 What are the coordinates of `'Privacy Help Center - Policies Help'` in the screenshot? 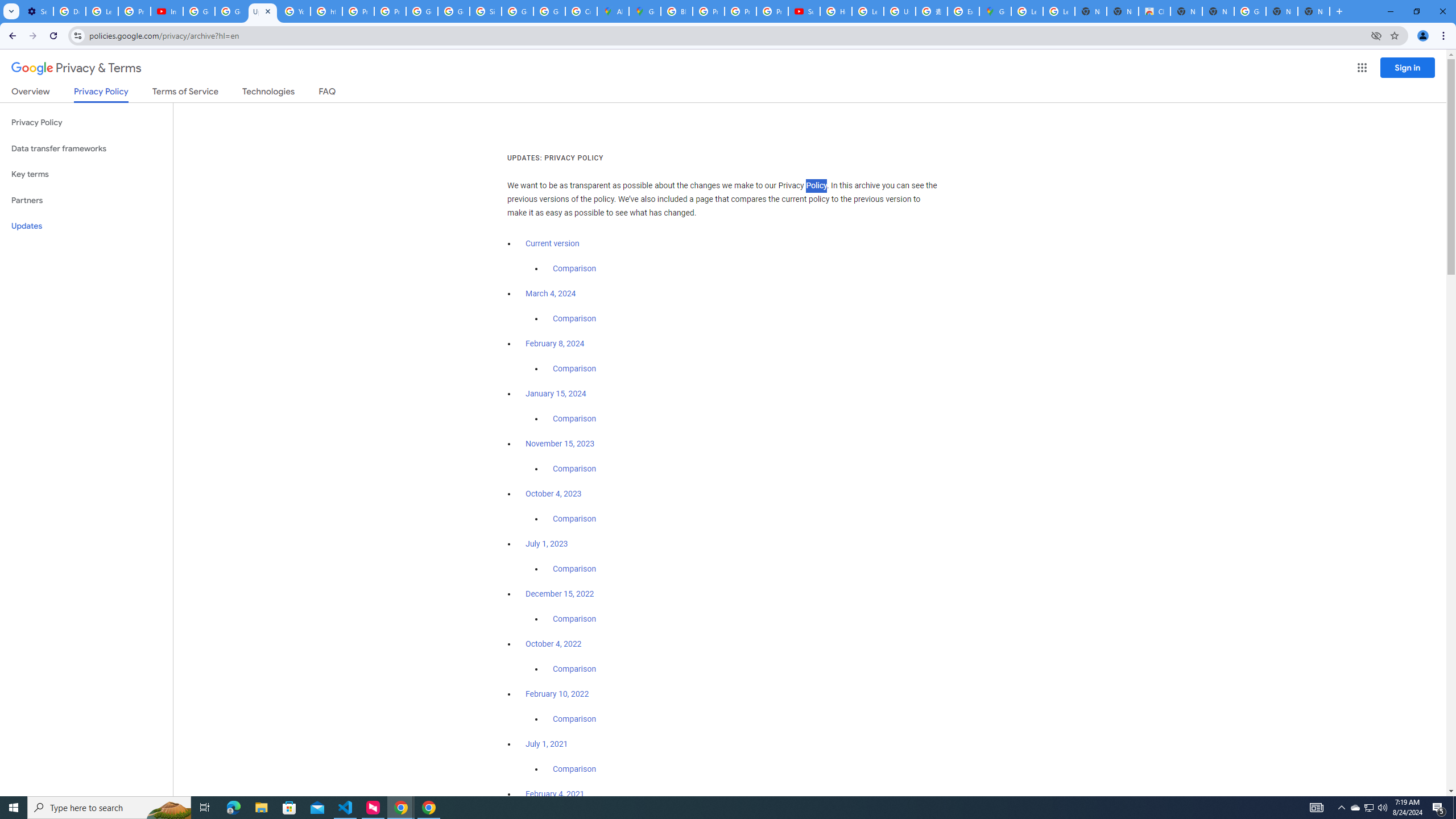 It's located at (739, 11).